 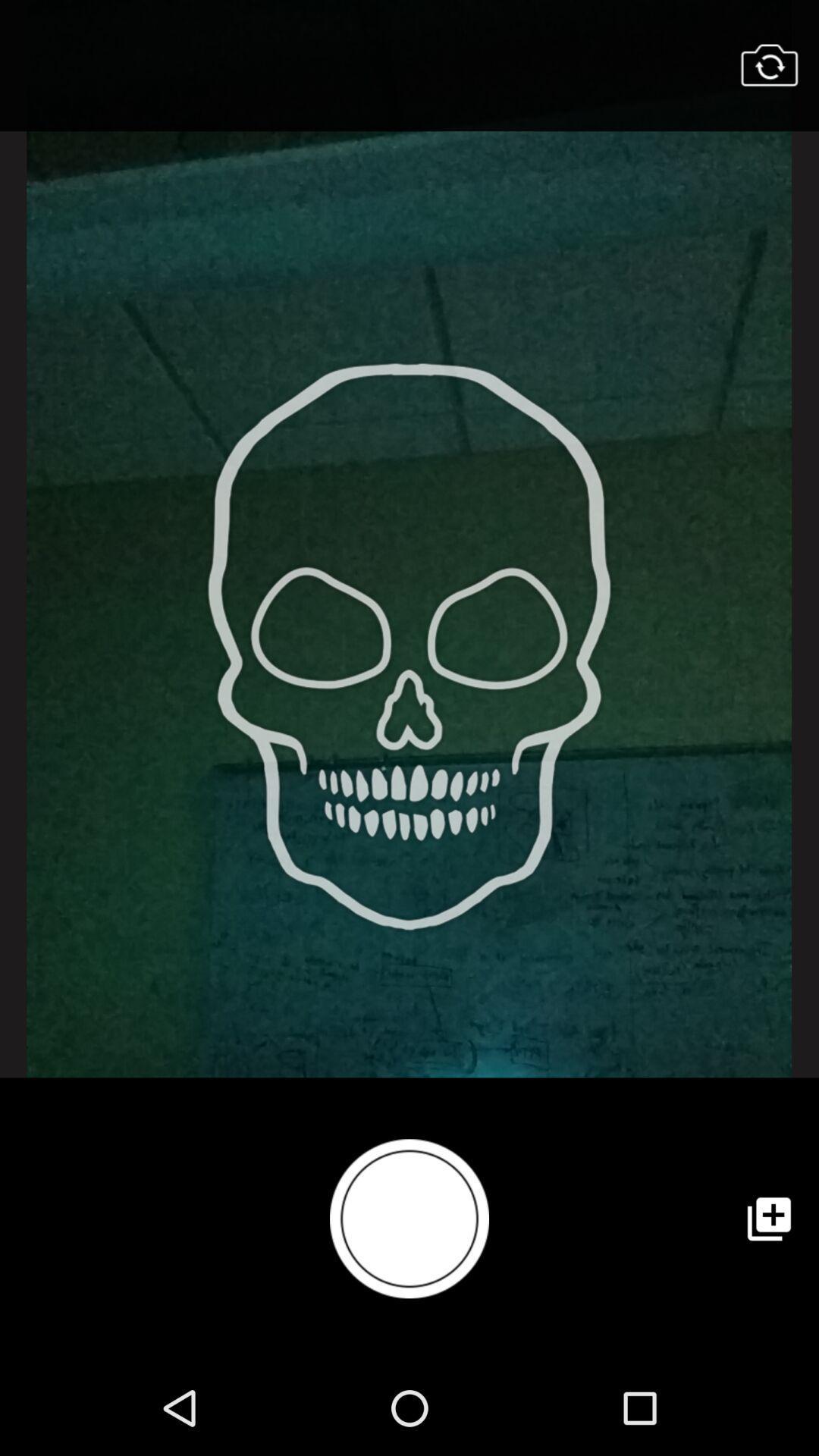 I want to click on the add icon, so click(x=769, y=1219).